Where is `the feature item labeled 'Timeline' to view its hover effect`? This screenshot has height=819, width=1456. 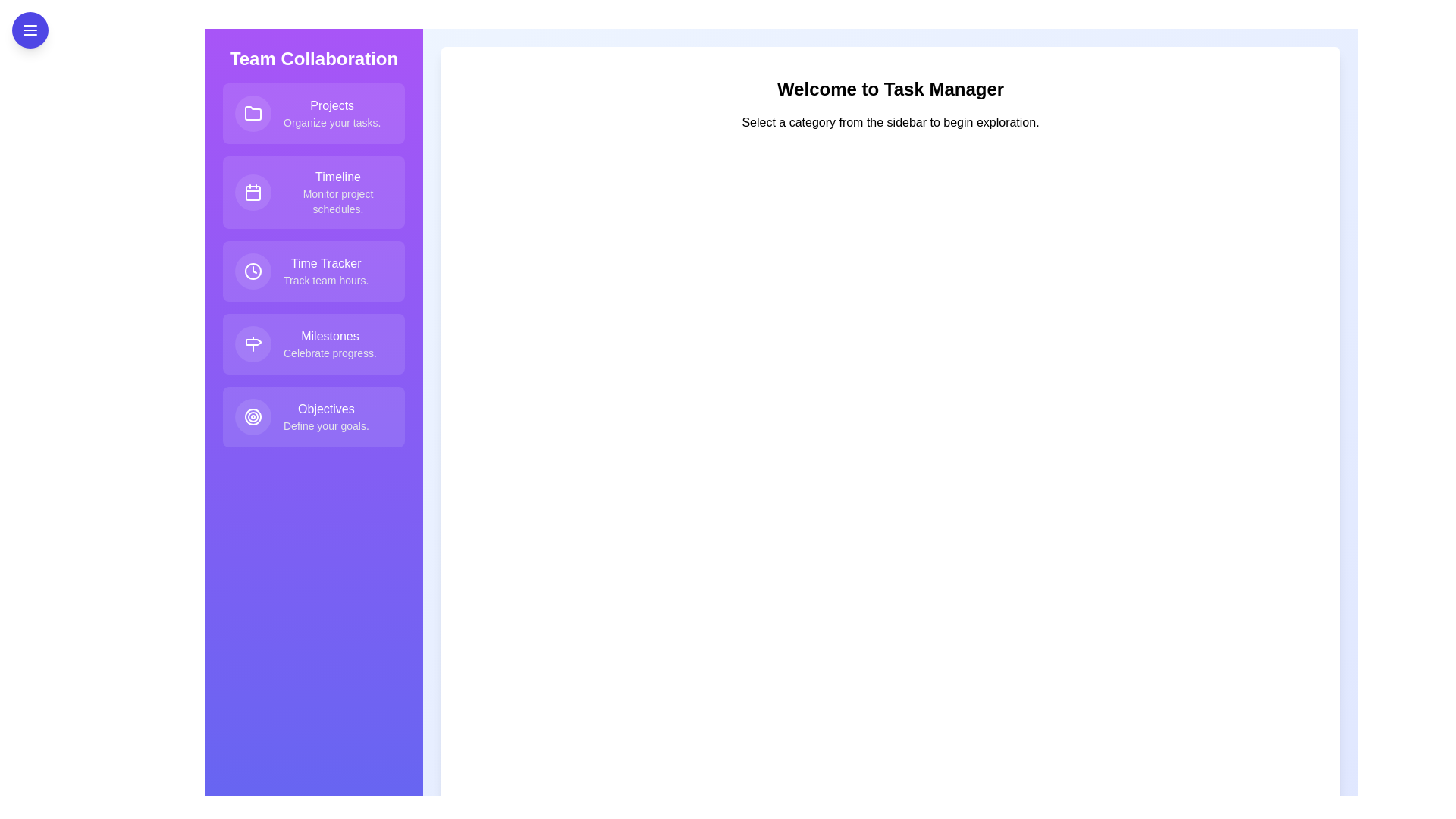 the feature item labeled 'Timeline' to view its hover effect is located at coordinates (312, 192).